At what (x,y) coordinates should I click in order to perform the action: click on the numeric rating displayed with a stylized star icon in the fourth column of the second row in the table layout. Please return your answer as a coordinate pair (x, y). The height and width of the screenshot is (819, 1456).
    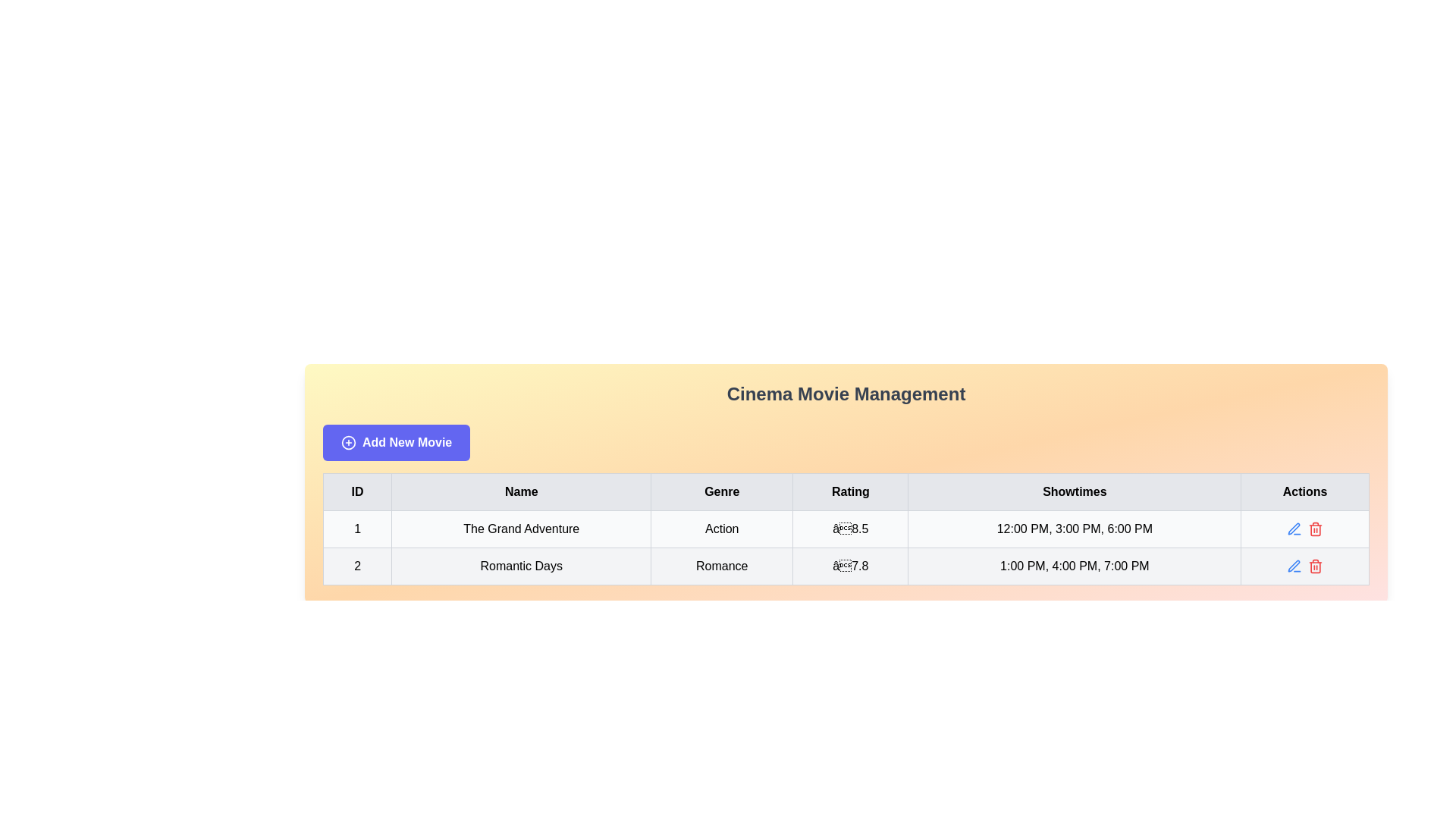
    Looking at the image, I should click on (850, 566).